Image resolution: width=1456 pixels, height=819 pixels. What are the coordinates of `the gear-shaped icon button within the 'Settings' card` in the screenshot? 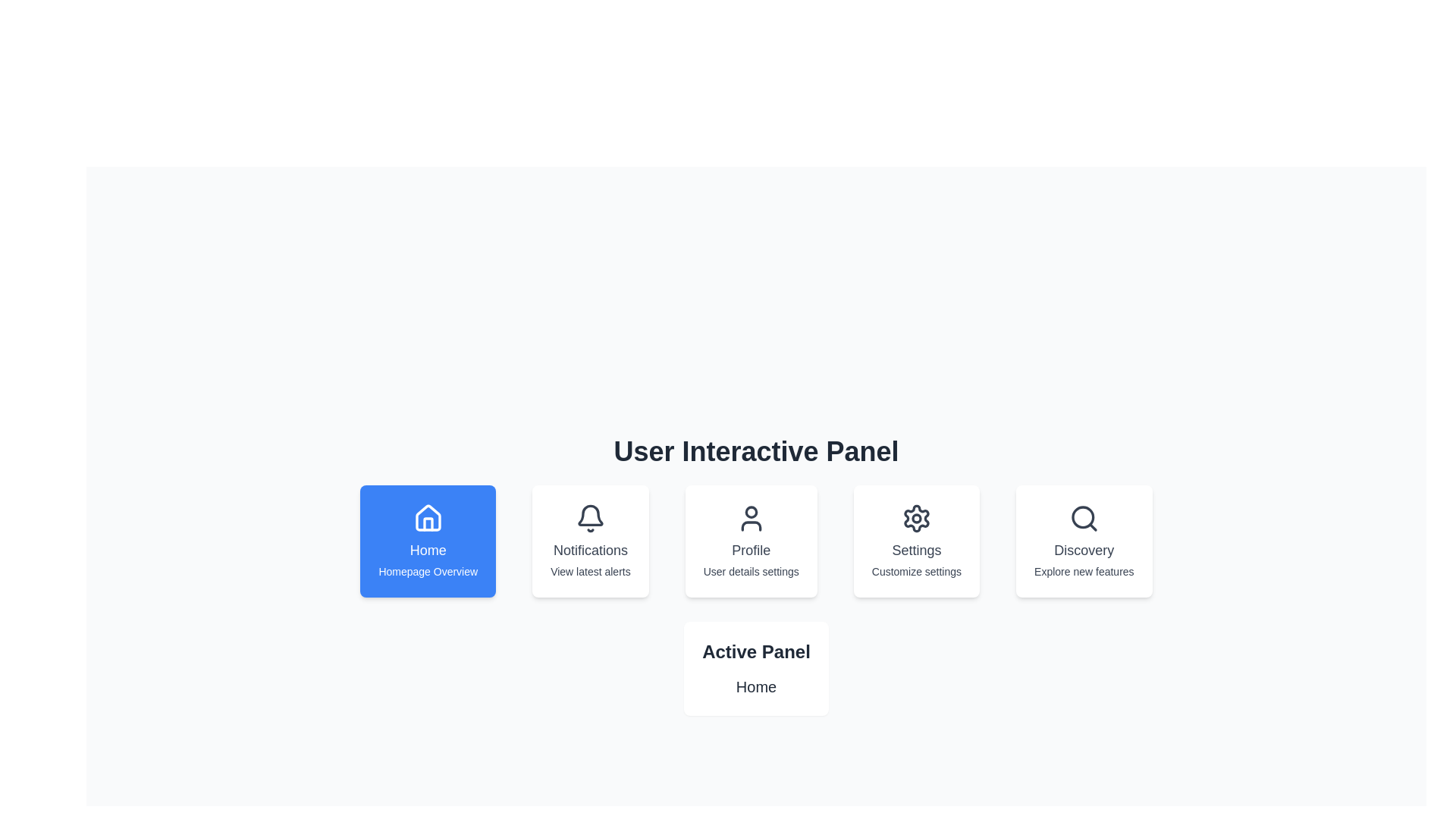 It's located at (915, 517).